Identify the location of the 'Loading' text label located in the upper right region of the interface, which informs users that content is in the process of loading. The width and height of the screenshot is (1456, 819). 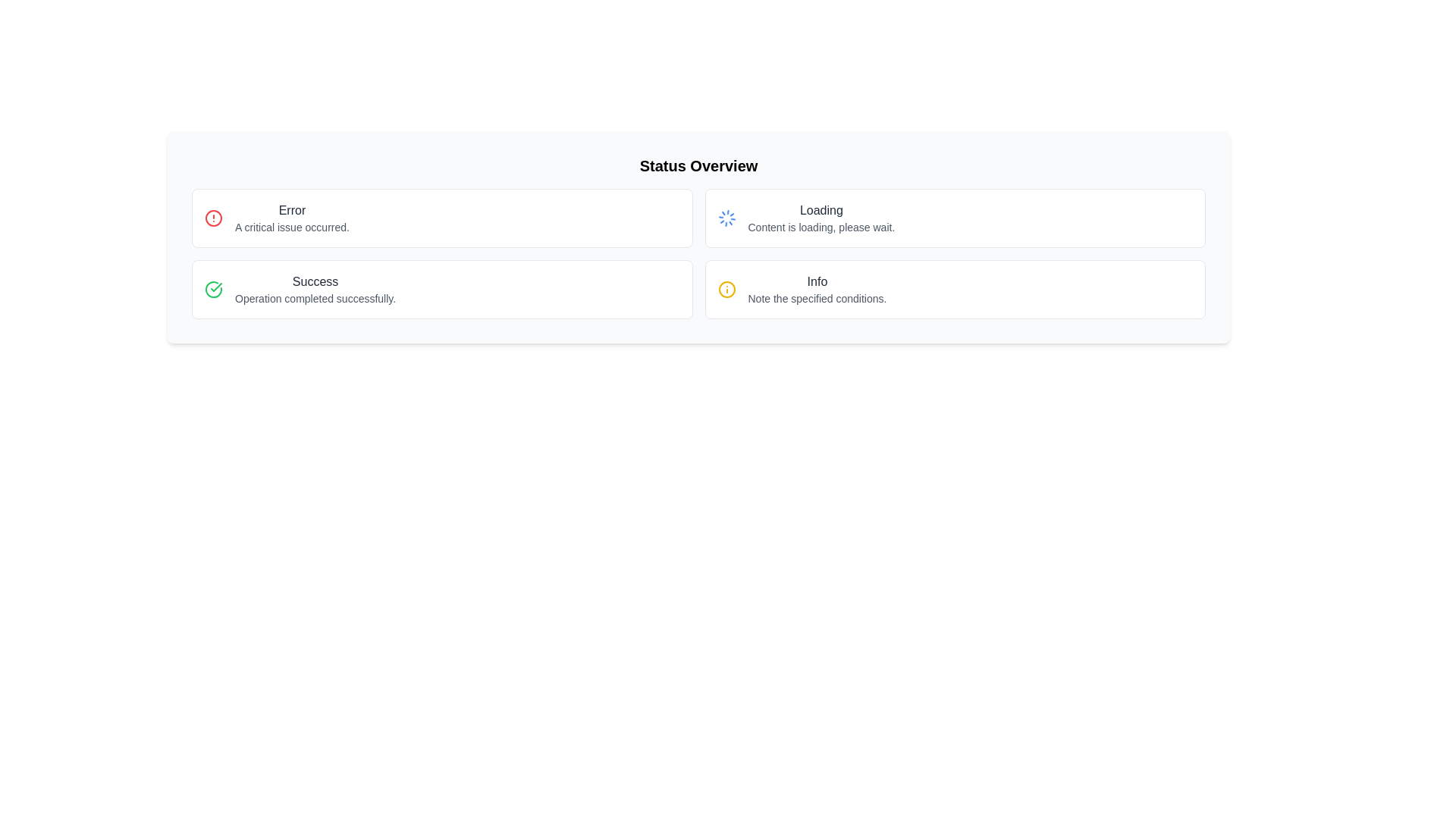
(821, 227).